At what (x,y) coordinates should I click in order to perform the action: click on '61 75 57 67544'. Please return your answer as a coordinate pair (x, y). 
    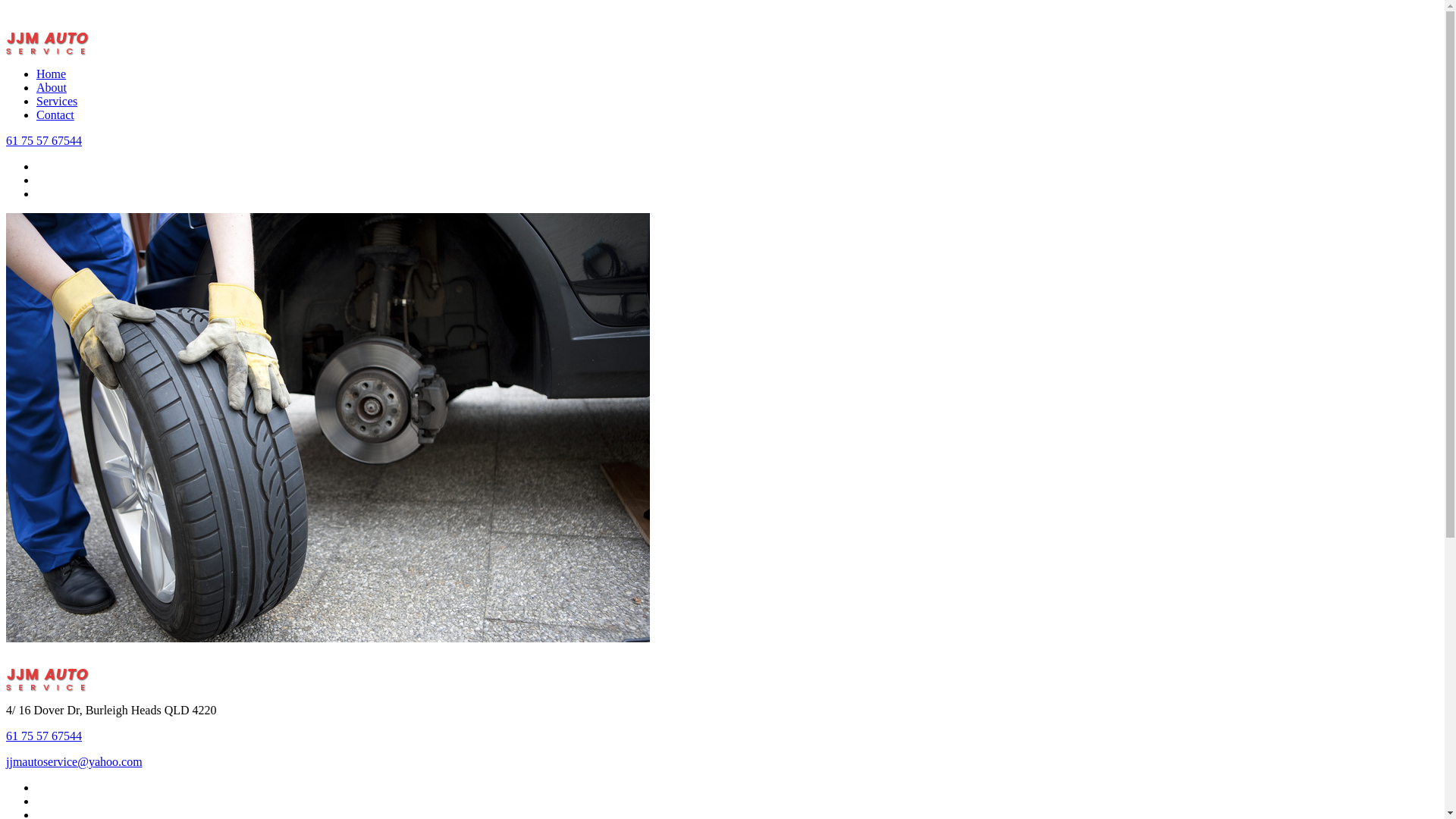
    Looking at the image, I should click on (43, 735).